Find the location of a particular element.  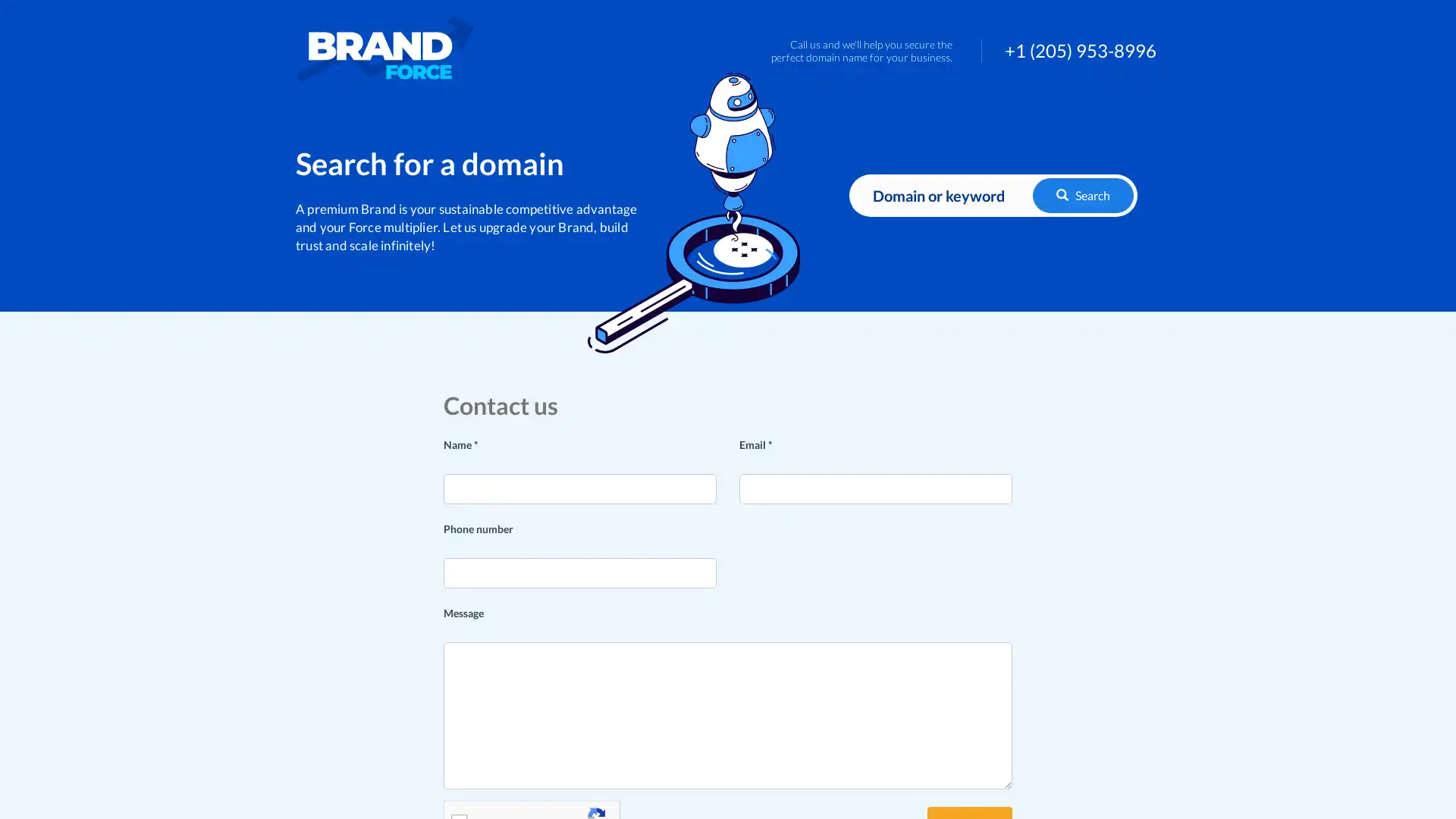

Search is located at coordinates (1082, 194).